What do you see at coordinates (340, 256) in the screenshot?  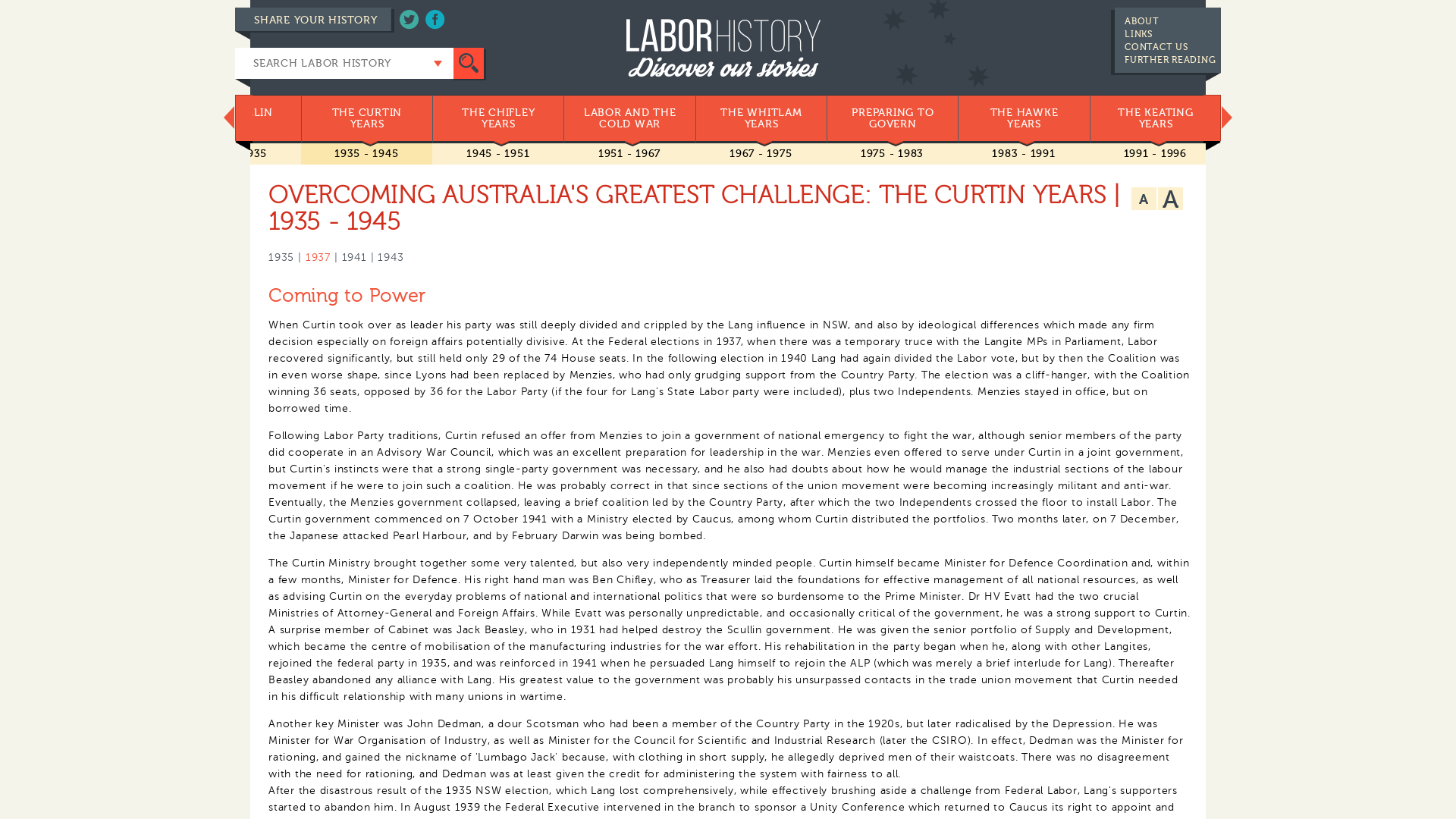 I see `'1941'` at bounding box center [340, 256].